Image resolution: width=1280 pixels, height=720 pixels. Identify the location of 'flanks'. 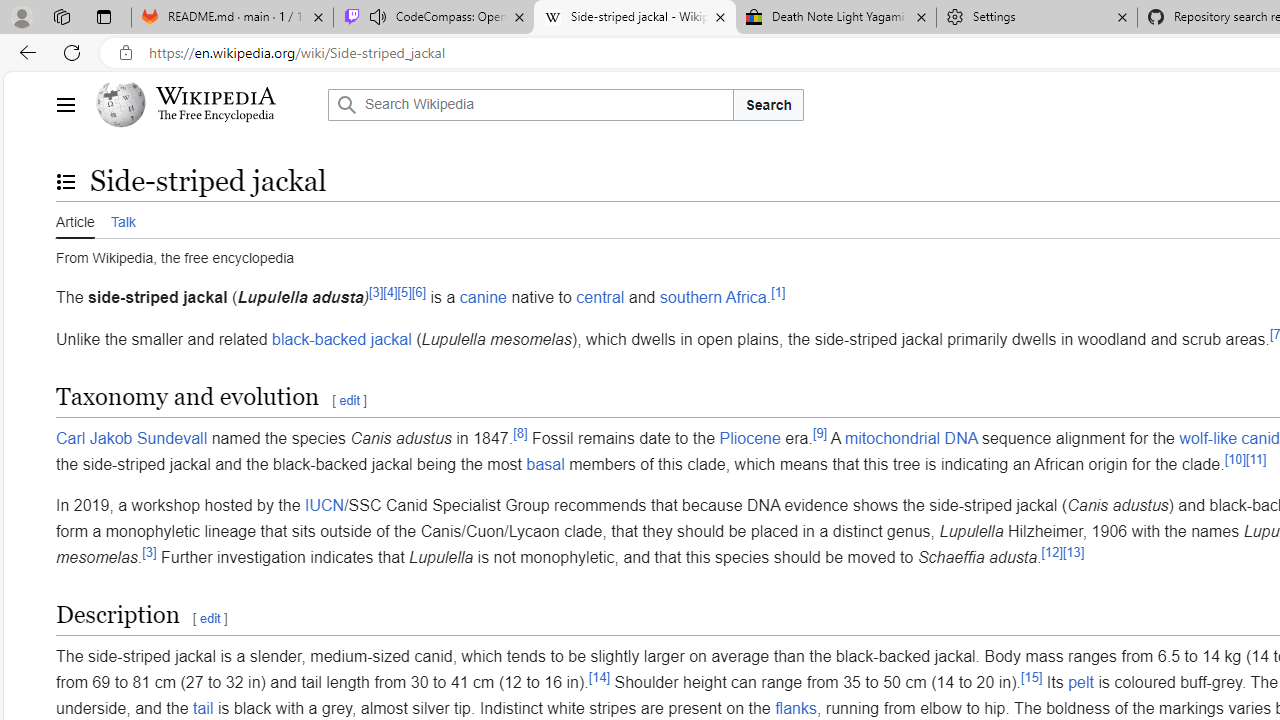
(794, 707).